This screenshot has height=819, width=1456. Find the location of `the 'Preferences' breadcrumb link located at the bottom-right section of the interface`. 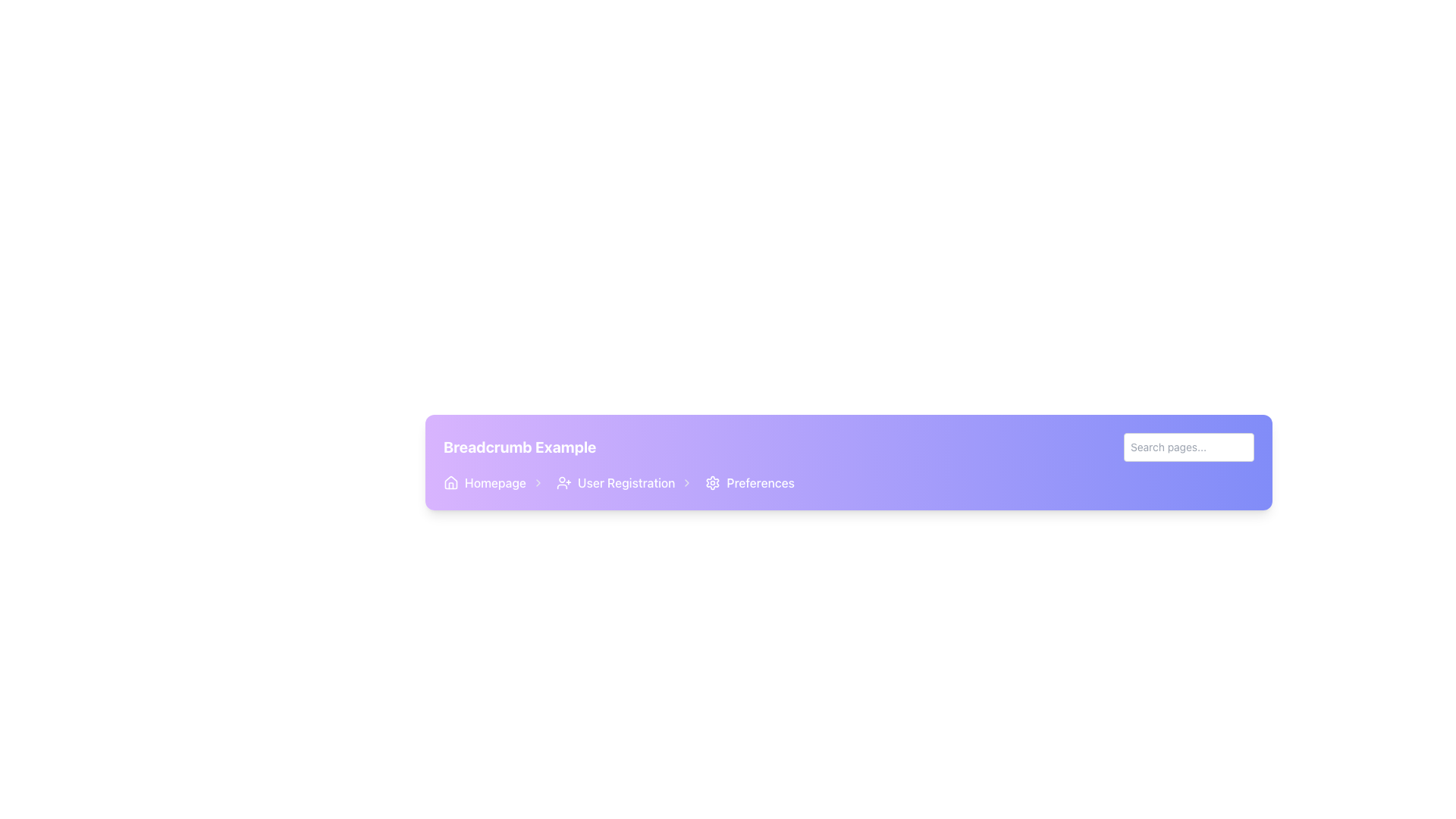

the 'Preferences' breadcrumb link located at the bottom-right section of the interface is located at coordinates (750, 482).